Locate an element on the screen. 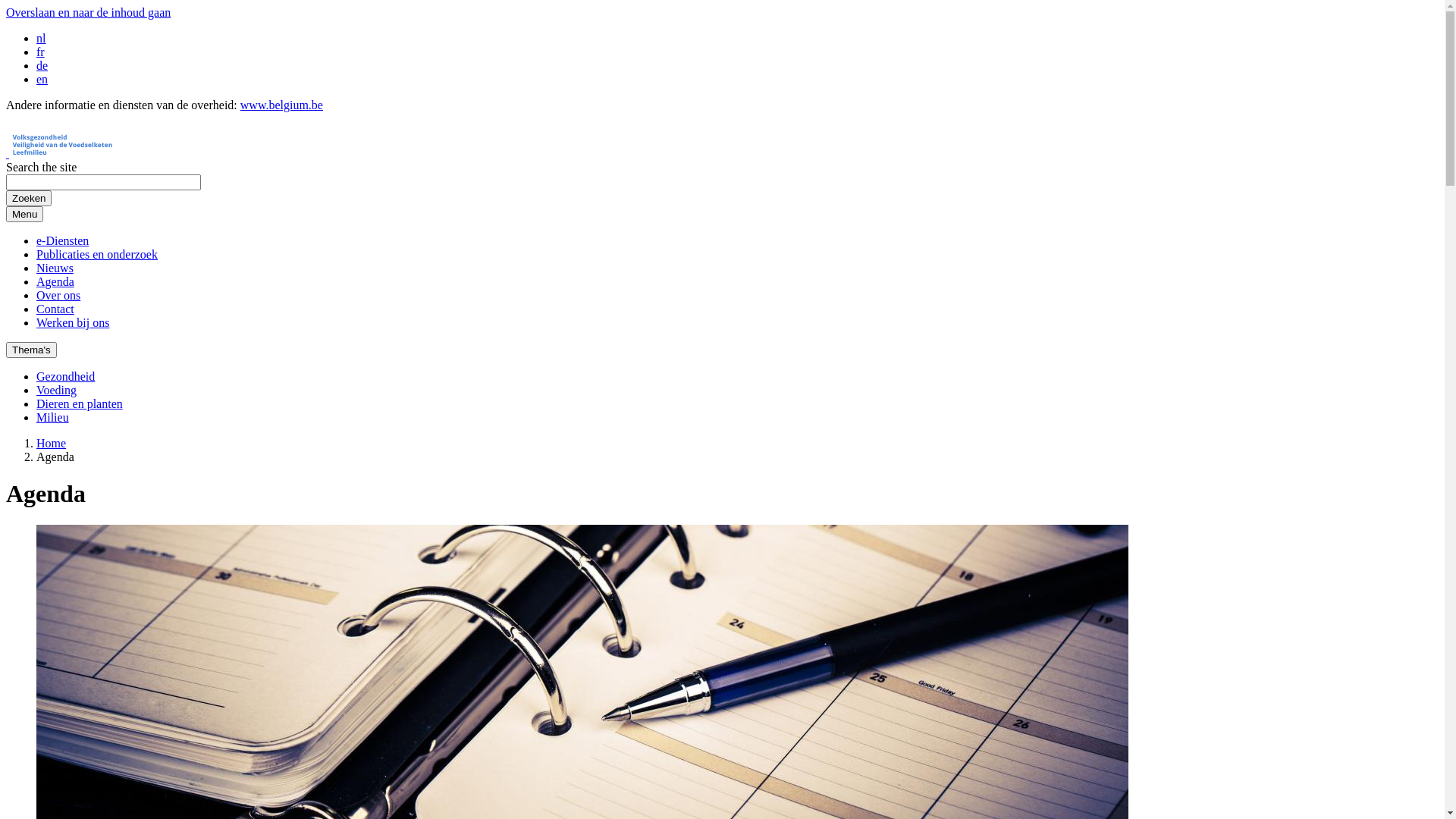 The height and width of the screenshot is (819, 1456). 'e-Diensten' is located at coordinates (61, 240).